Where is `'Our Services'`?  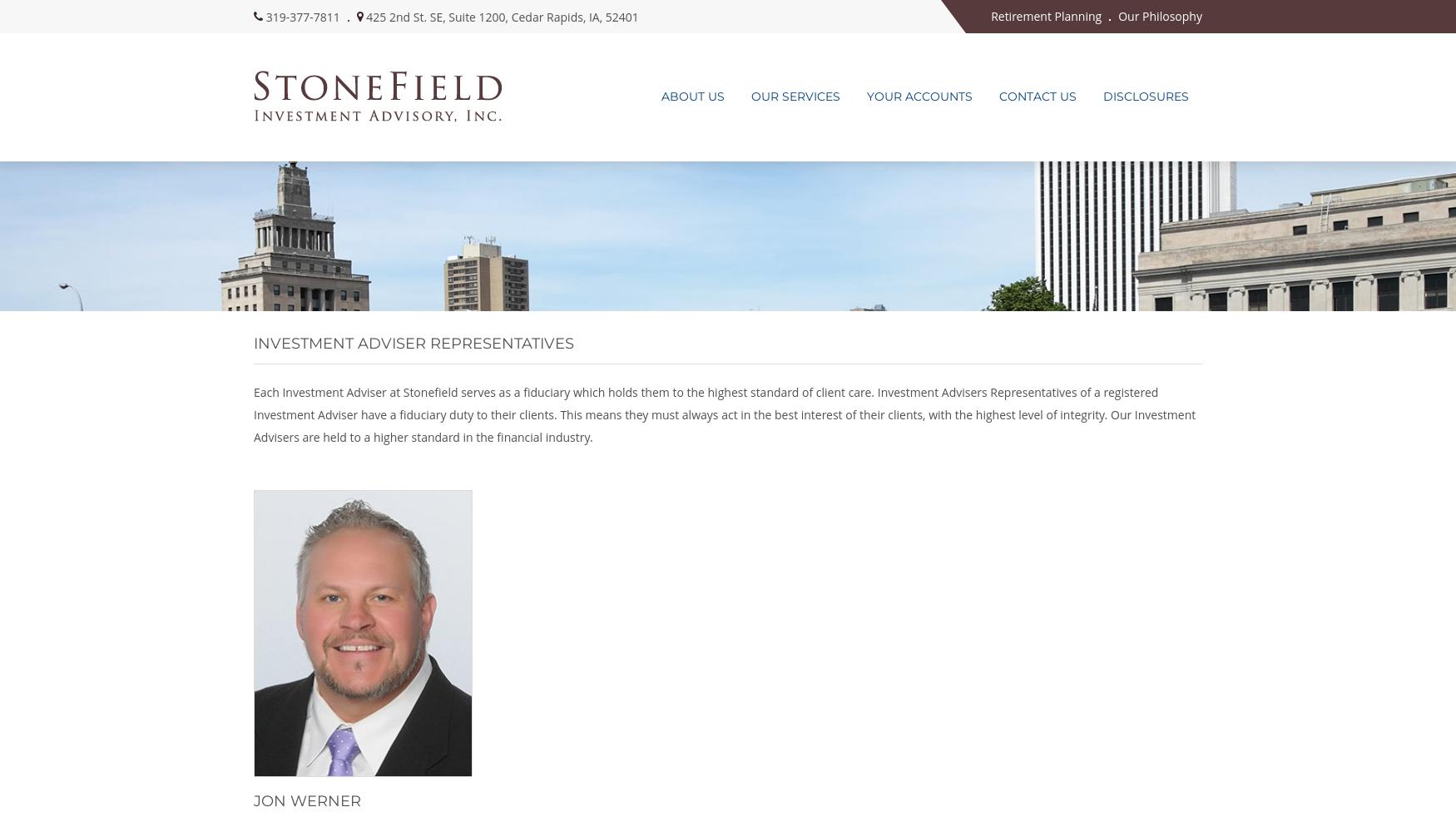 'Our Services' is located at coordinates (795, 96).